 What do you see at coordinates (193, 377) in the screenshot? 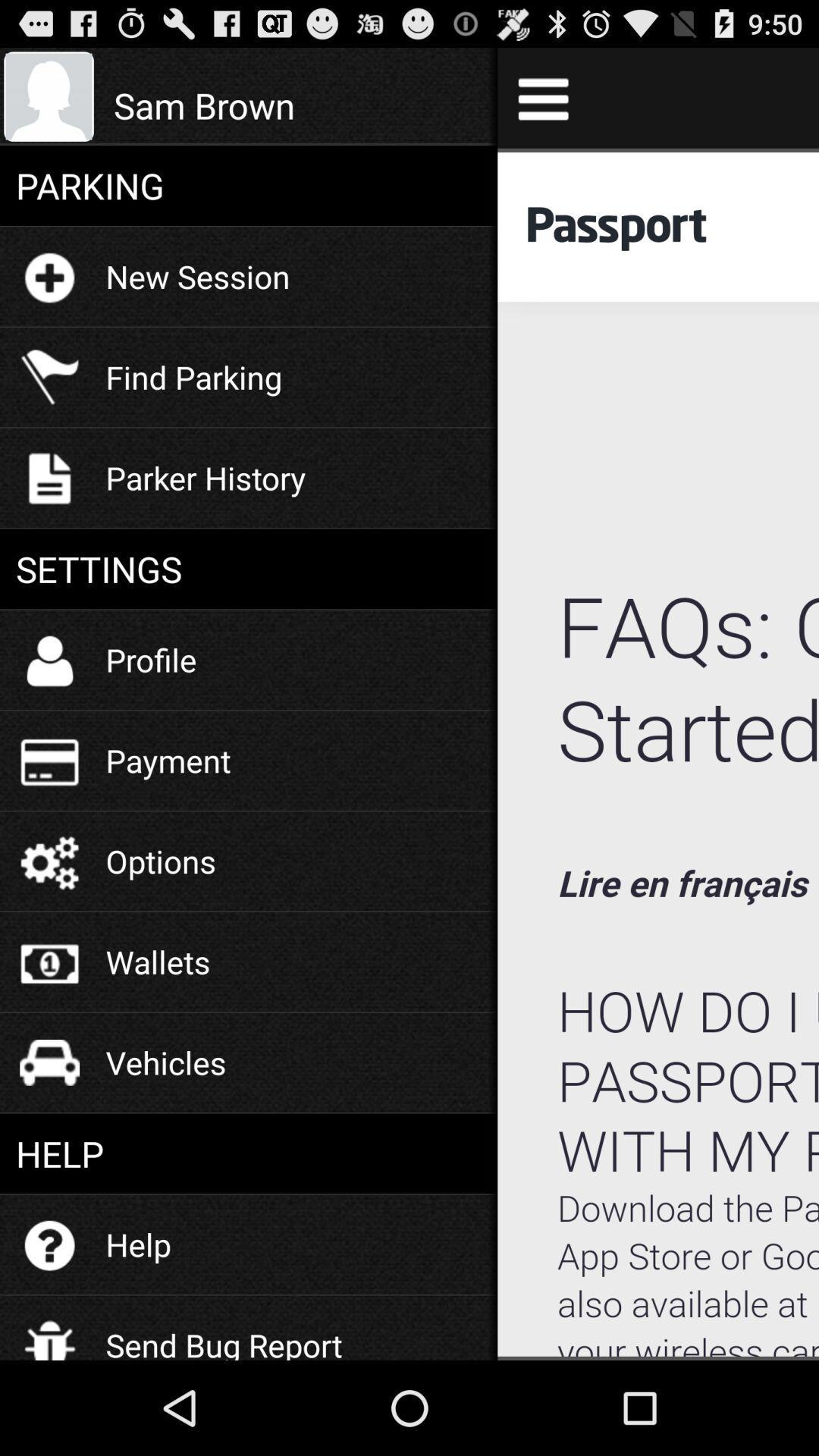
I see `find parking icon` at bounding box center [193, 377].